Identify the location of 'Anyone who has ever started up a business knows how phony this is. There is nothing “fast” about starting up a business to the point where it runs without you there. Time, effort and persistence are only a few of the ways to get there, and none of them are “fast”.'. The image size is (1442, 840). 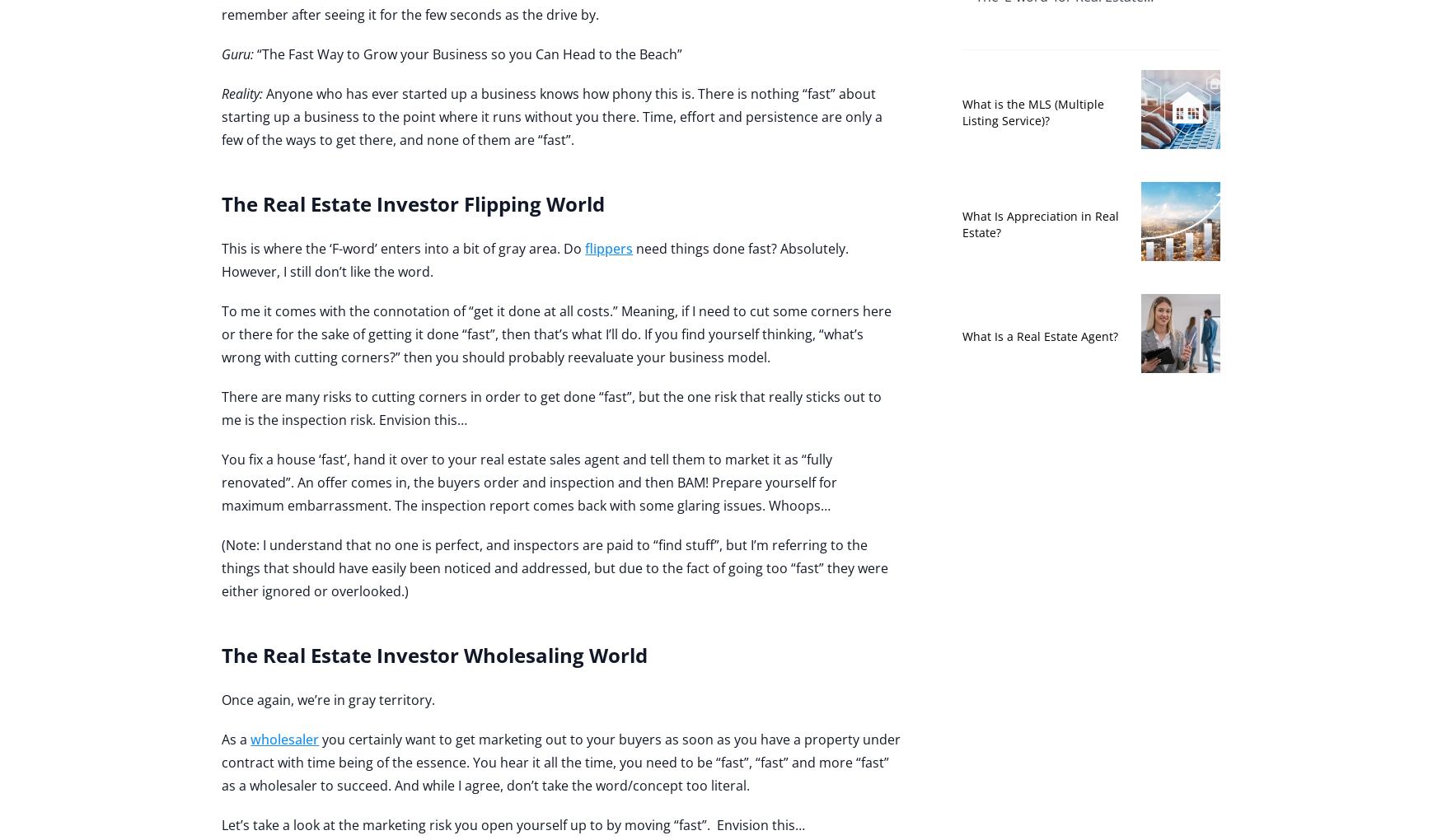
(220, 116).